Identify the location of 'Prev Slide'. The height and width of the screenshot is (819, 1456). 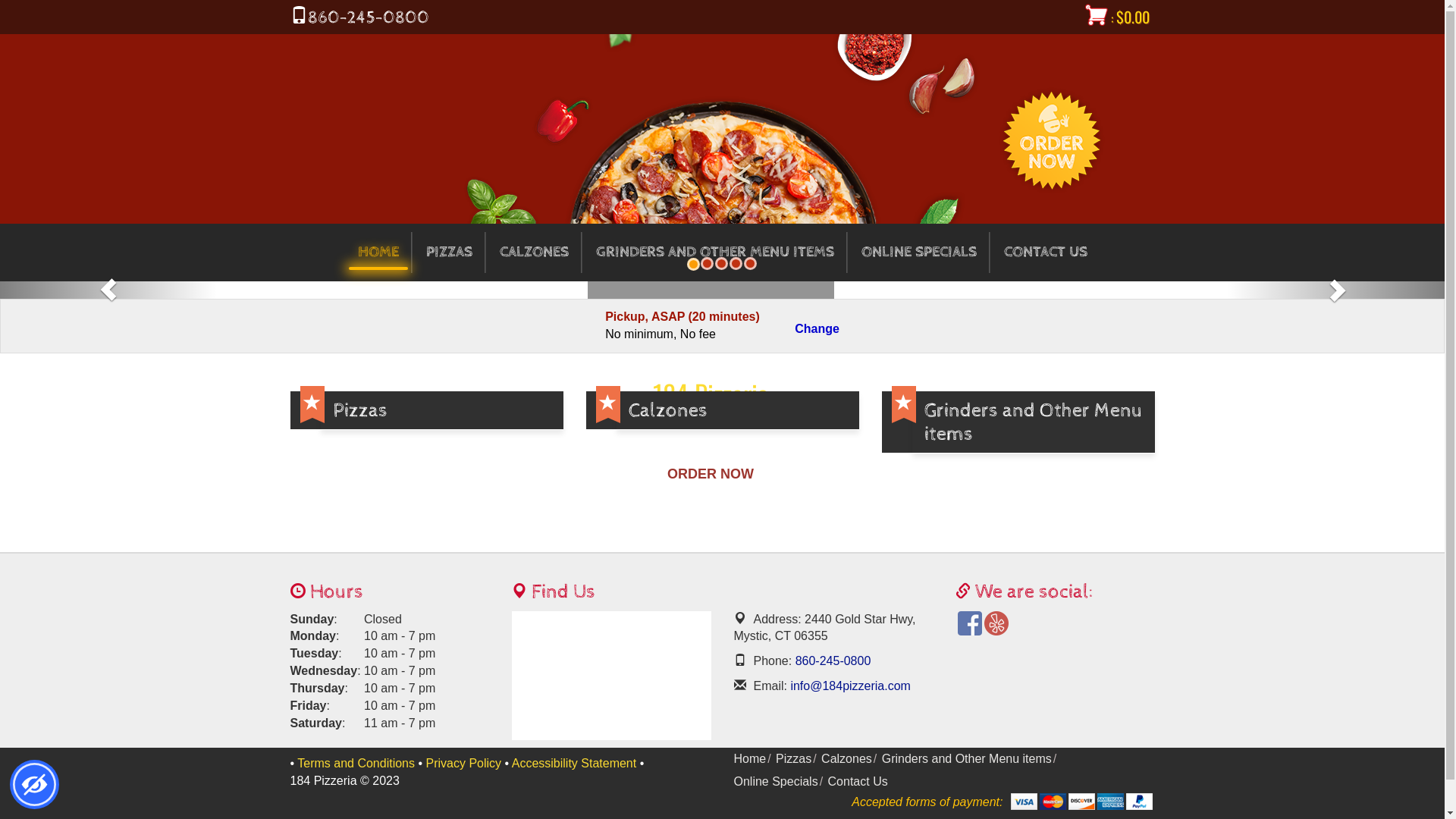
(108, 290).